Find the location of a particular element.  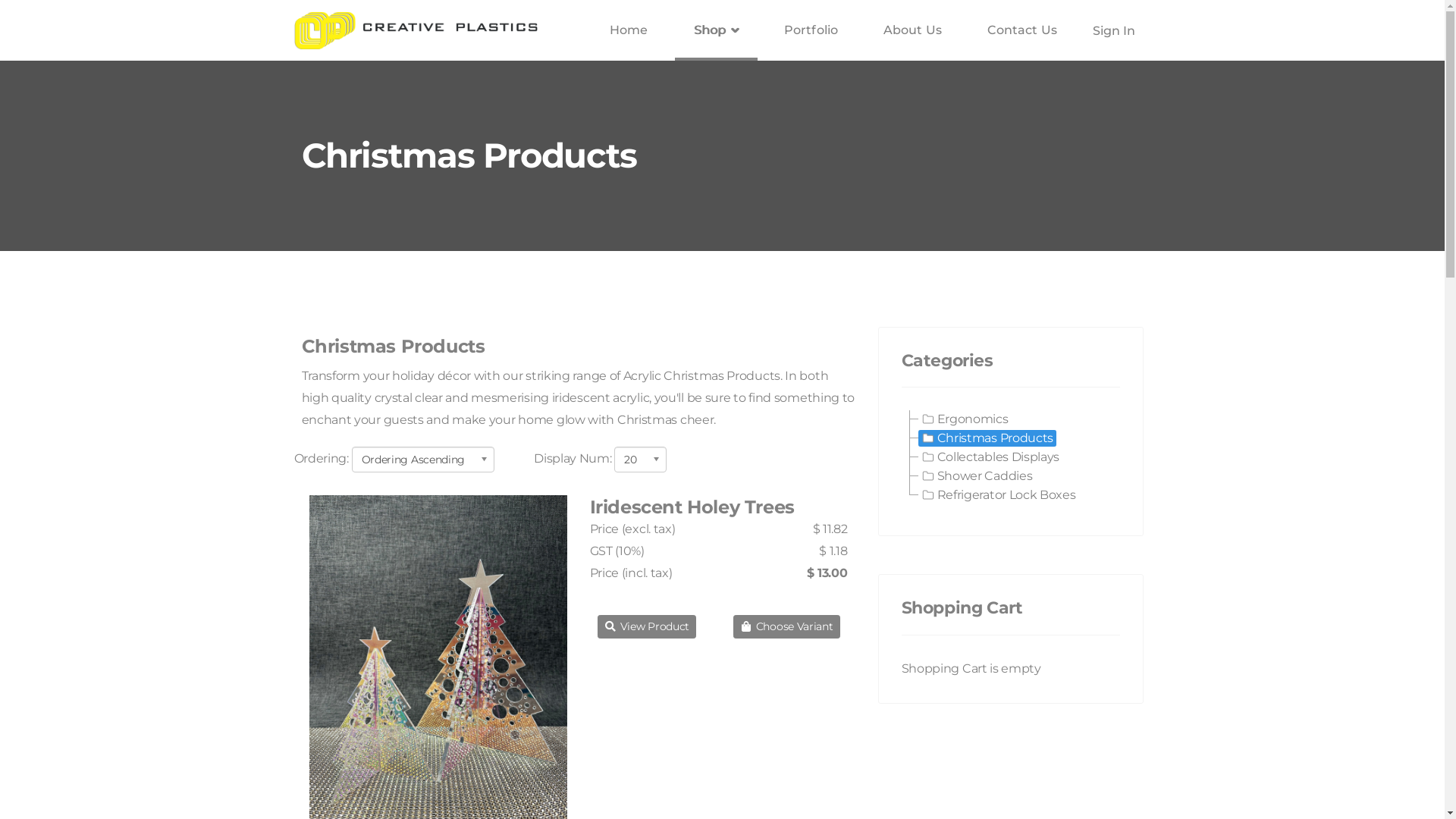

'Sign In' is located at coordinates (1087, 30).